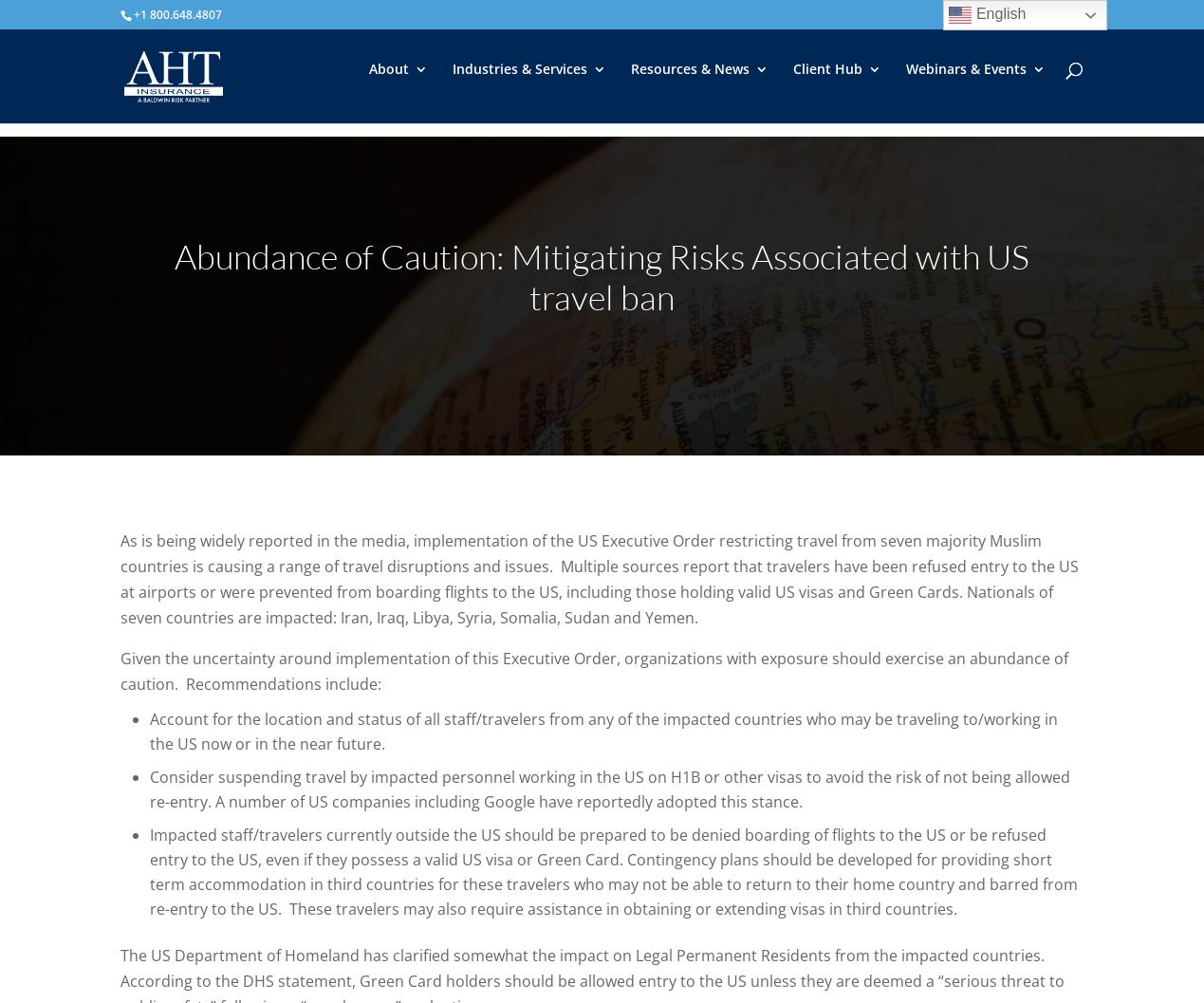 The width and height of the screenshot is (1204, 1003). I want to click on 'Catastrophic Claim Resources', so click(892, 266).